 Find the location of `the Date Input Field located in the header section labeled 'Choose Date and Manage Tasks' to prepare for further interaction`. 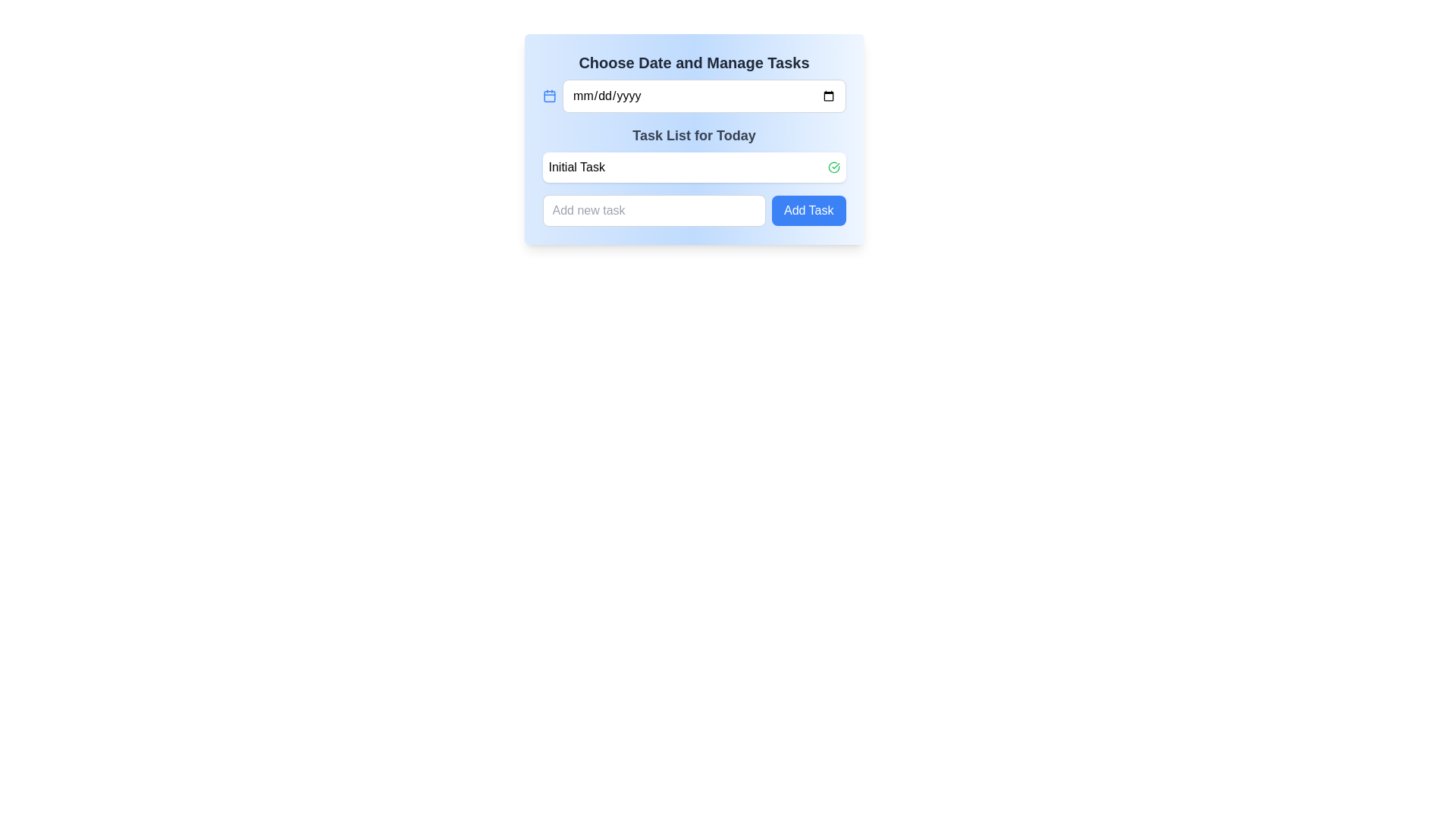

the Date Input Field located in the header section labeled 'Choose Date and Manage Tasks' to prepare for further interaction is located at coordinates (703, 96).